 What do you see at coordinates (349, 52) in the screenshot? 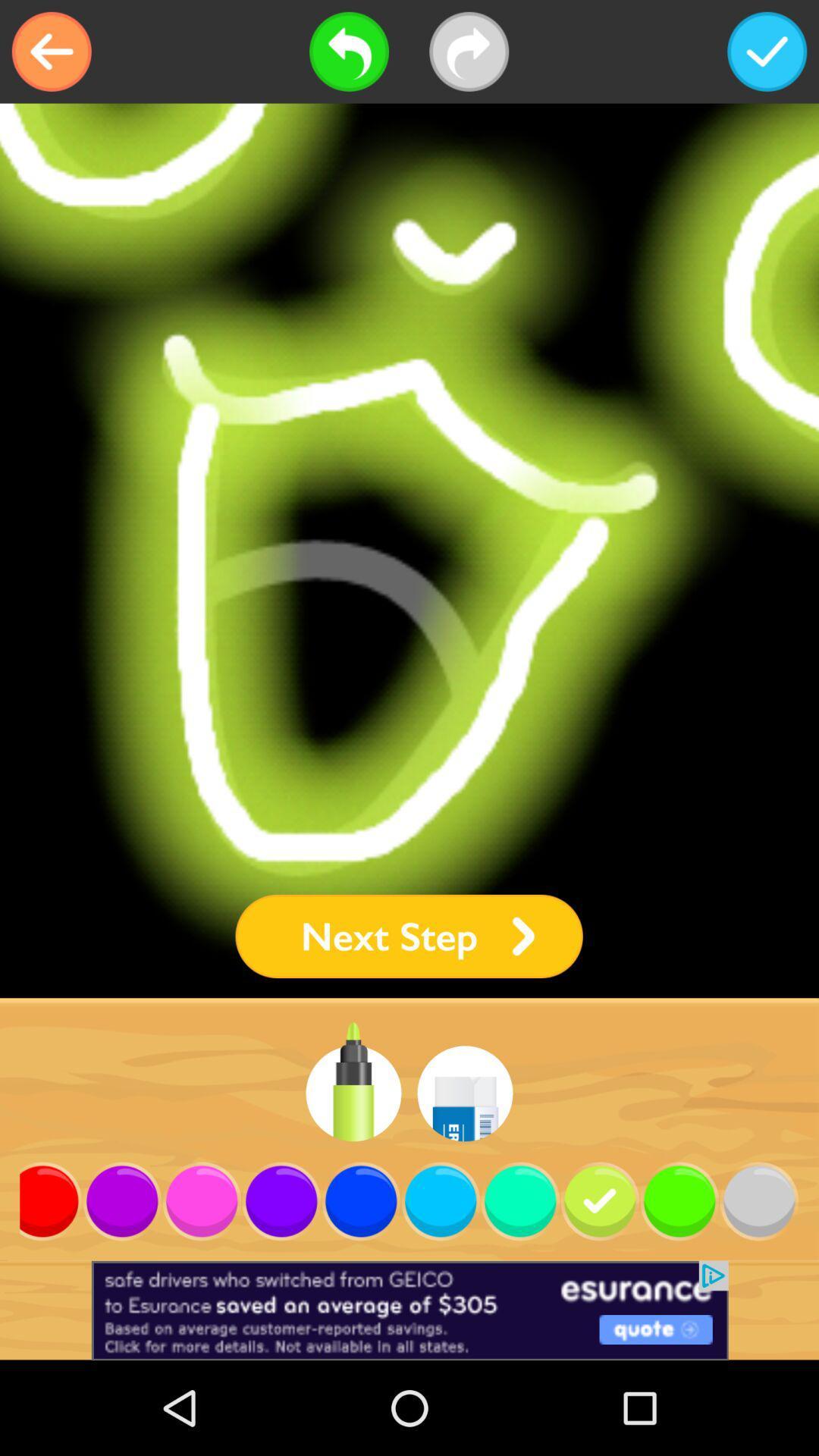
I see `go back` at bounding box center [349, 52].